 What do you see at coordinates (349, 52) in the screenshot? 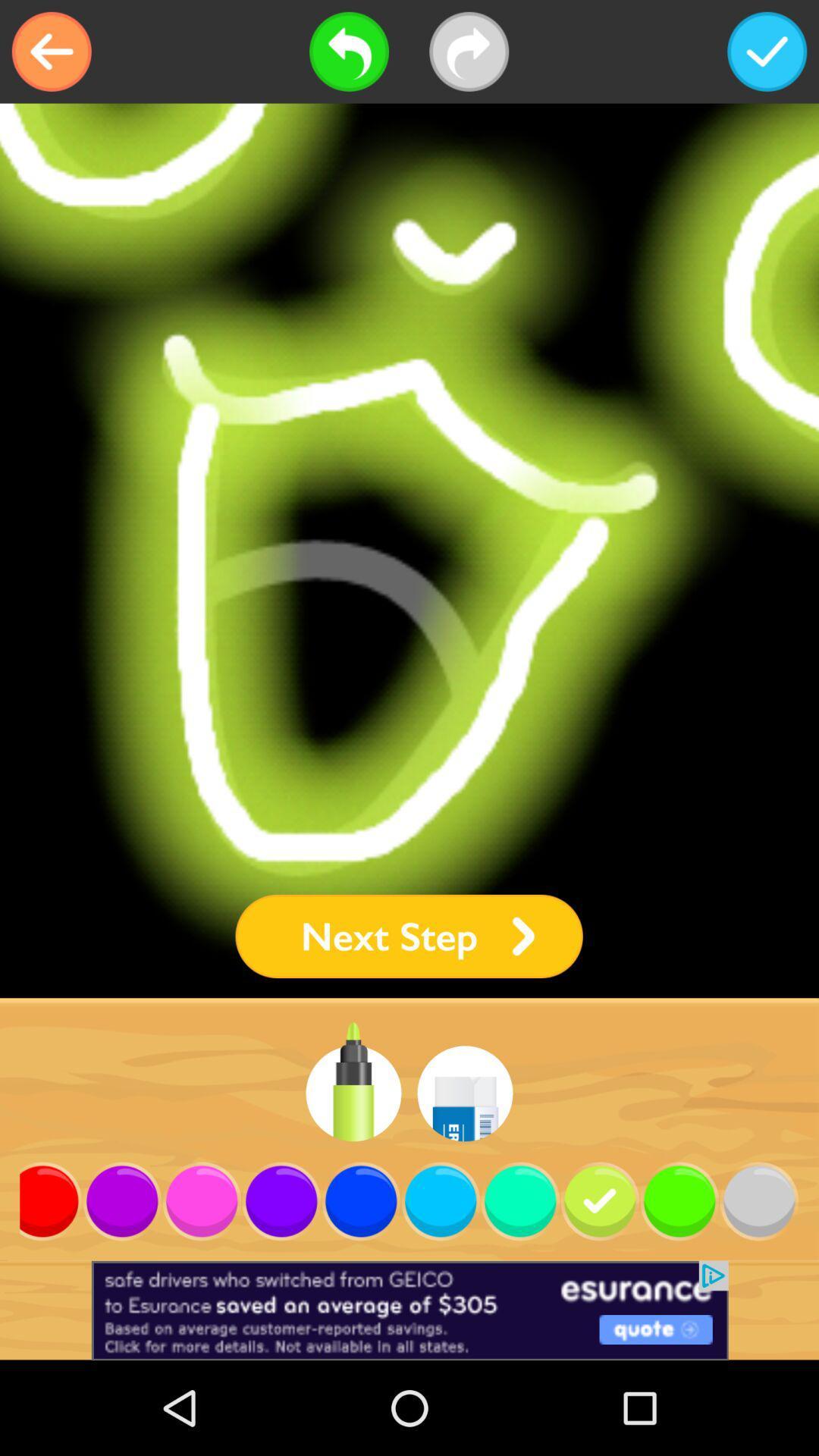
I see `go back` at bounding box center [349, 52].